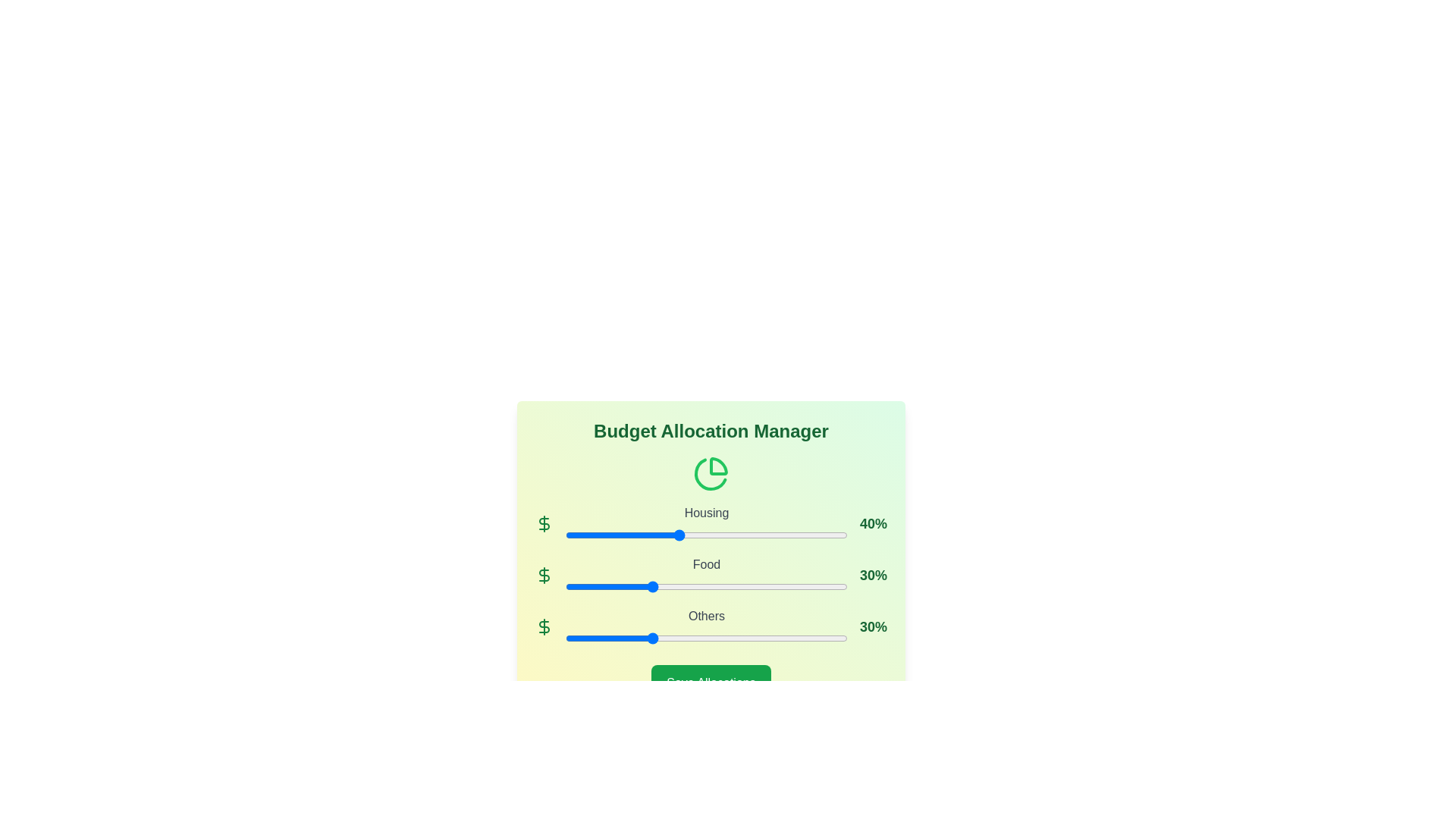 The height and width of the screenshot is (819, 1456). What do you see at coordinates (633, 534) in the screenshot?
I see `the Housing allocation slider to 24%` at bounding box center [633, 534].